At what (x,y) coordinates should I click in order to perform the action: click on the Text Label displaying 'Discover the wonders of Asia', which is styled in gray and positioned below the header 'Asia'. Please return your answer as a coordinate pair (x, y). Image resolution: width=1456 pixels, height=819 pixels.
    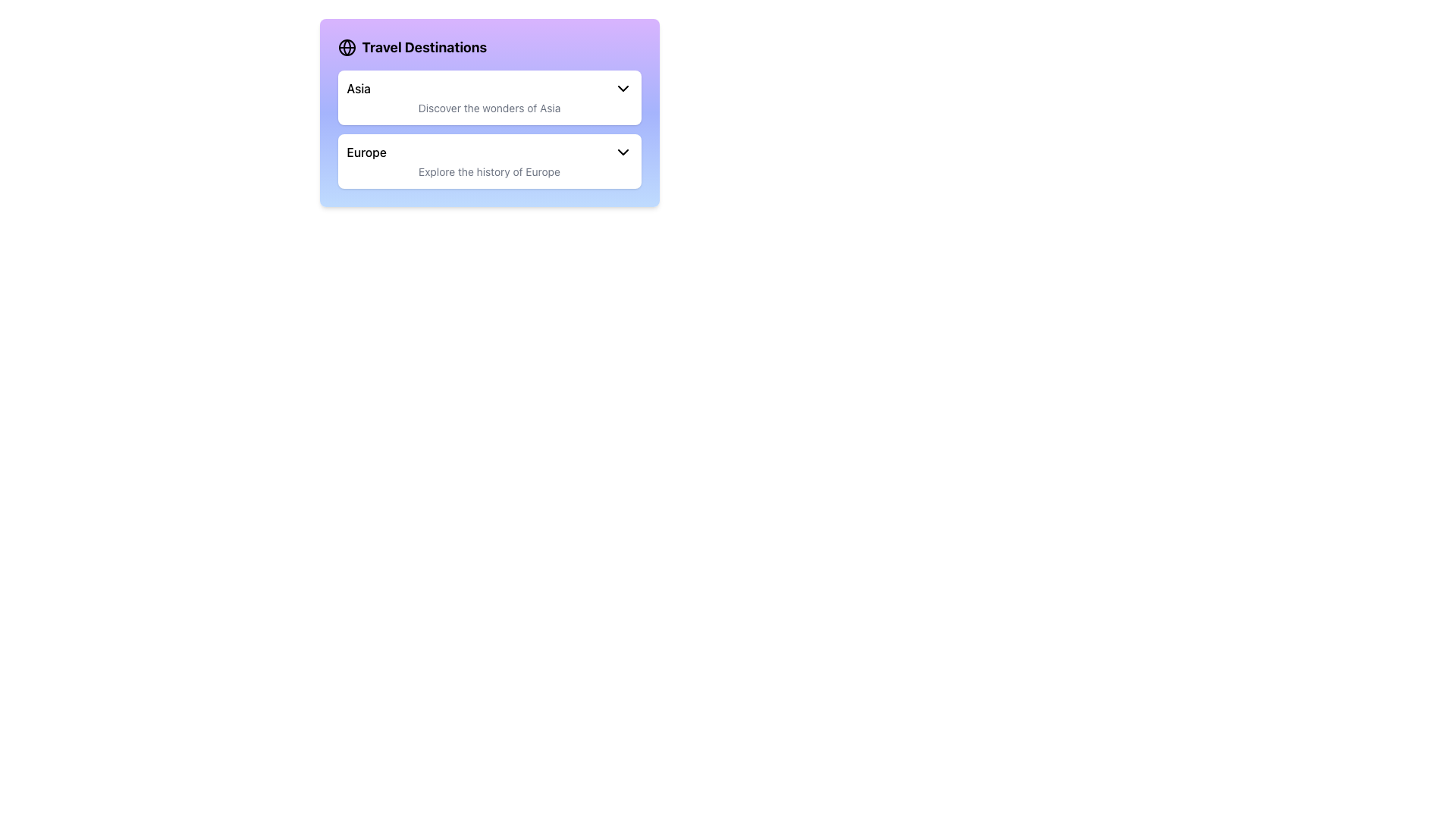
    Looking at the image, I should click on (489, 107).